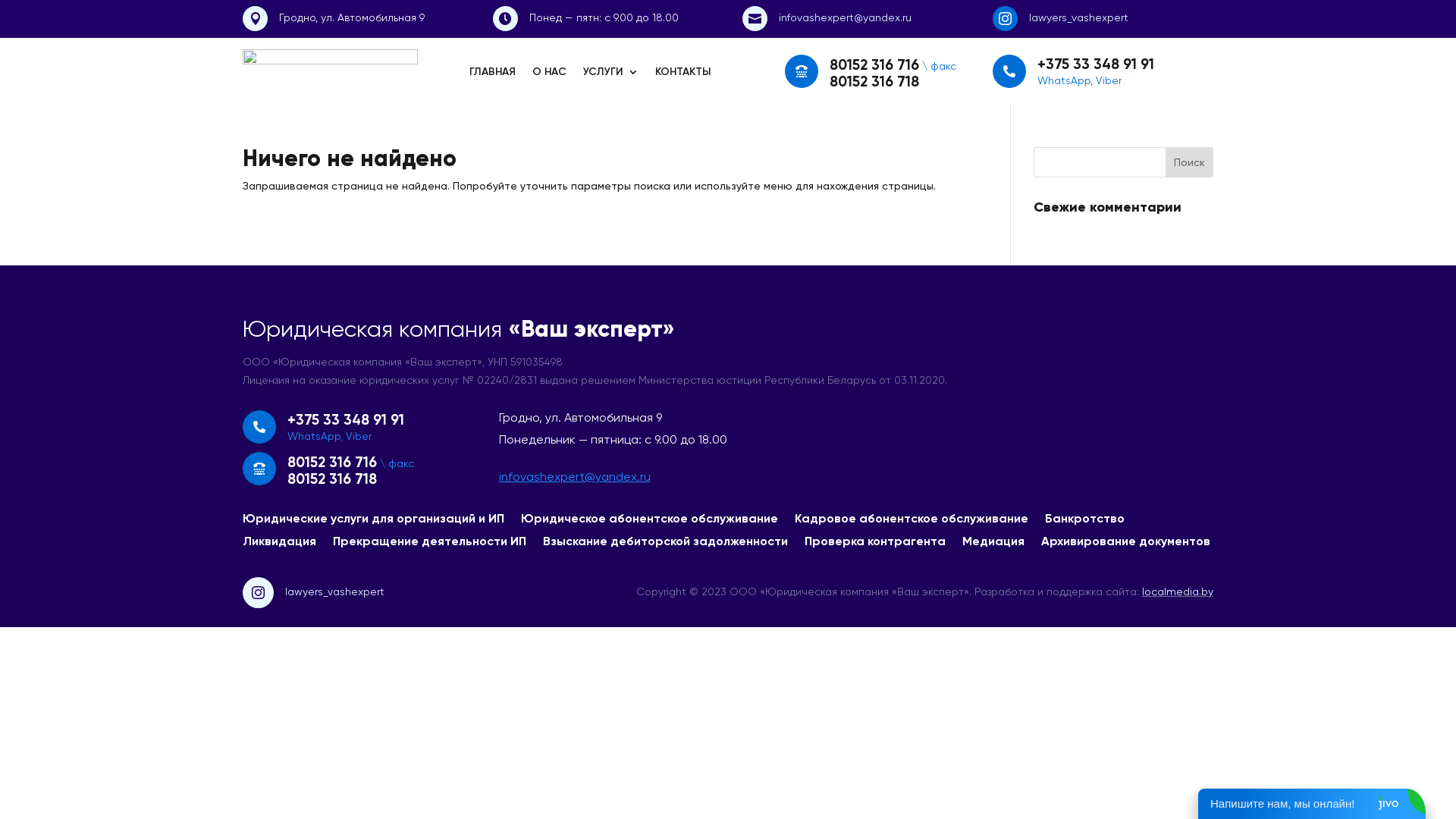 The height and width of the screenshot is (819, 1456). I want to click on 'WhatsApp', so click(312, 435).